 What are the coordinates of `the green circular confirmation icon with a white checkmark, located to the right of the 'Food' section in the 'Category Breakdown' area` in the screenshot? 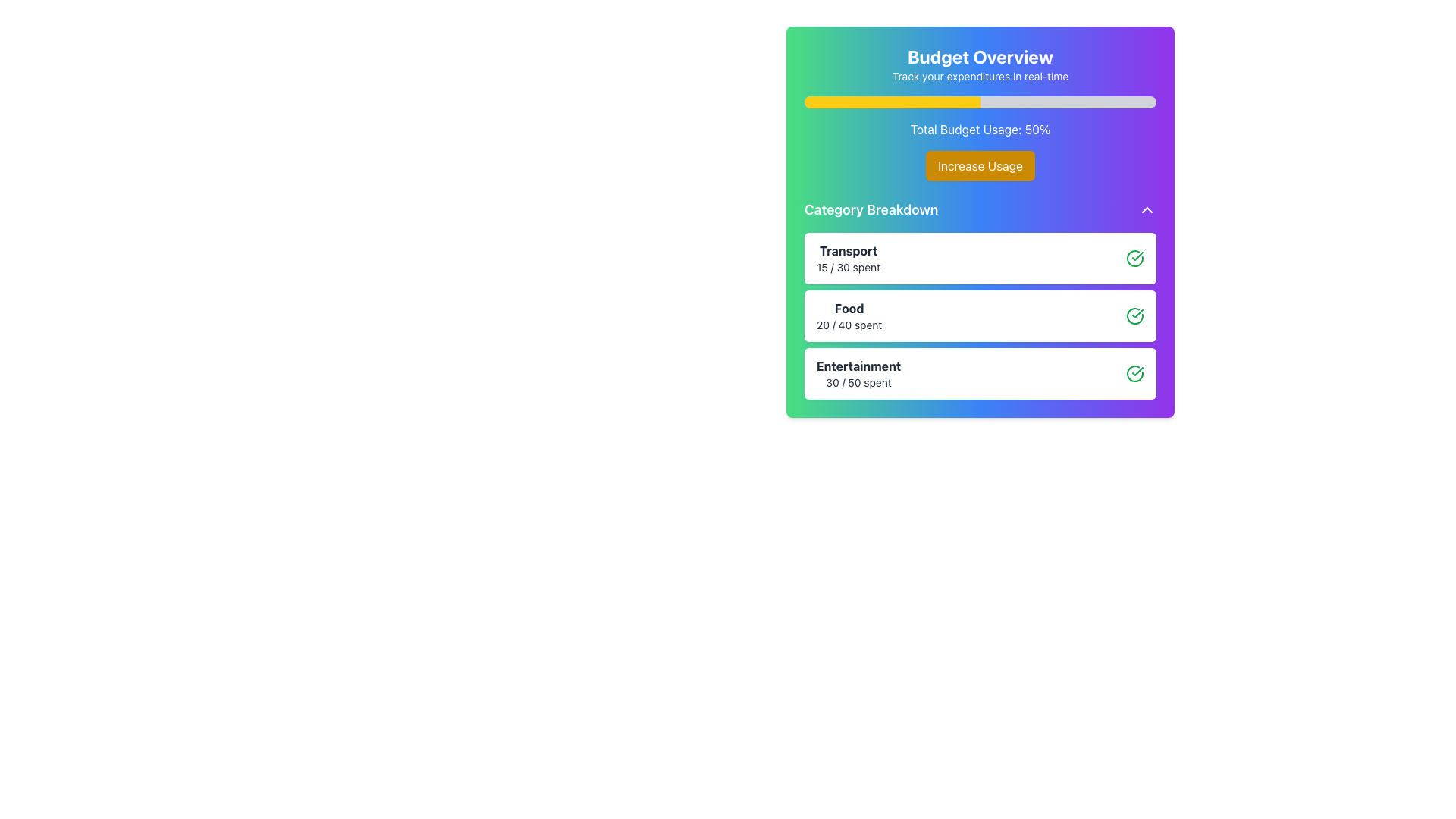 It's located at (1135, 315).